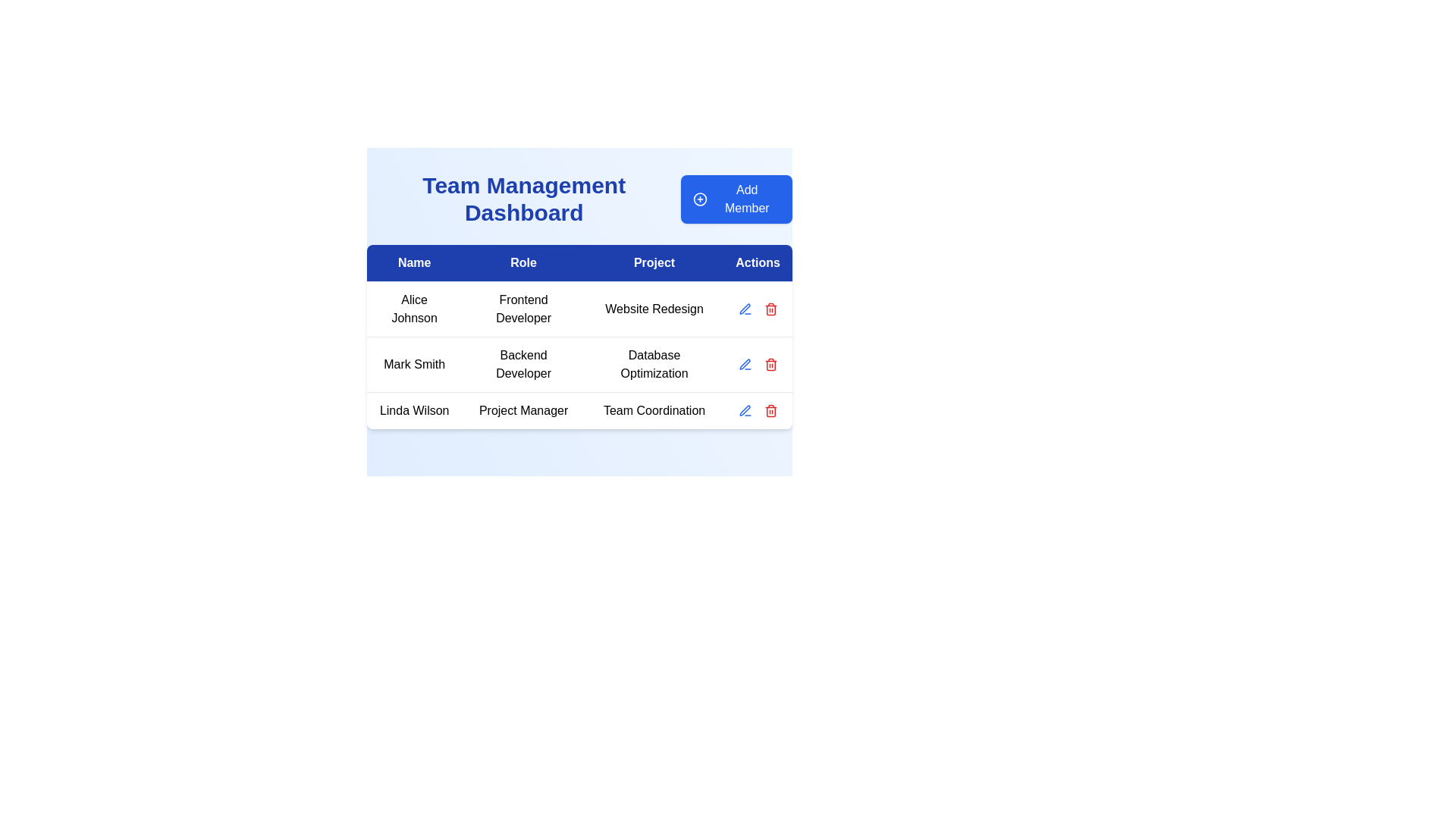 This screenshot has height=819, width=1456. I want to click on the table row displaying information about an individual located in the middle row of the table, directly below 'Alice Johnson' and above 'Linda Wilson', so click(579, 355).